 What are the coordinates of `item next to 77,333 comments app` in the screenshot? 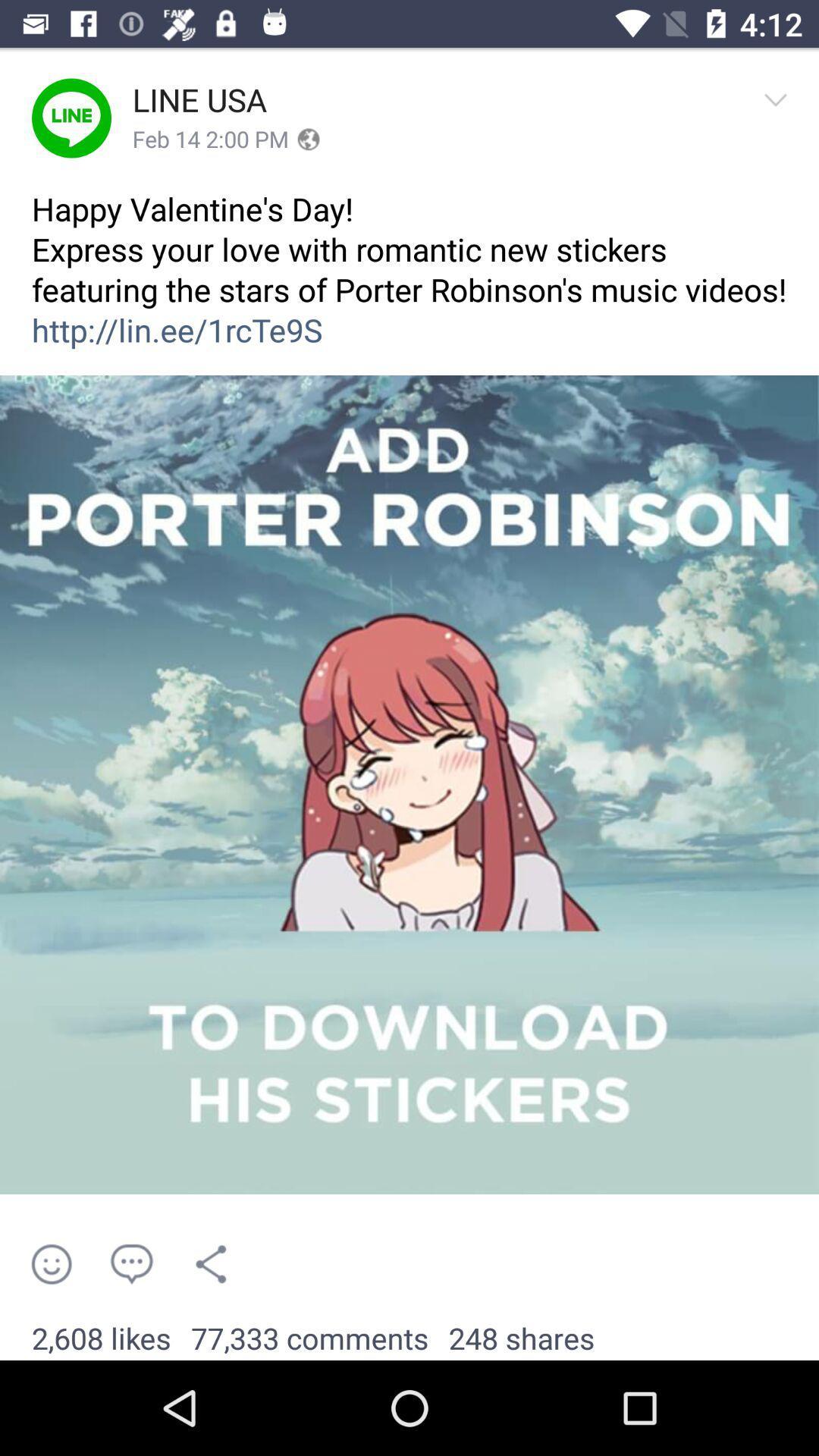 It's located at (101, 1339).